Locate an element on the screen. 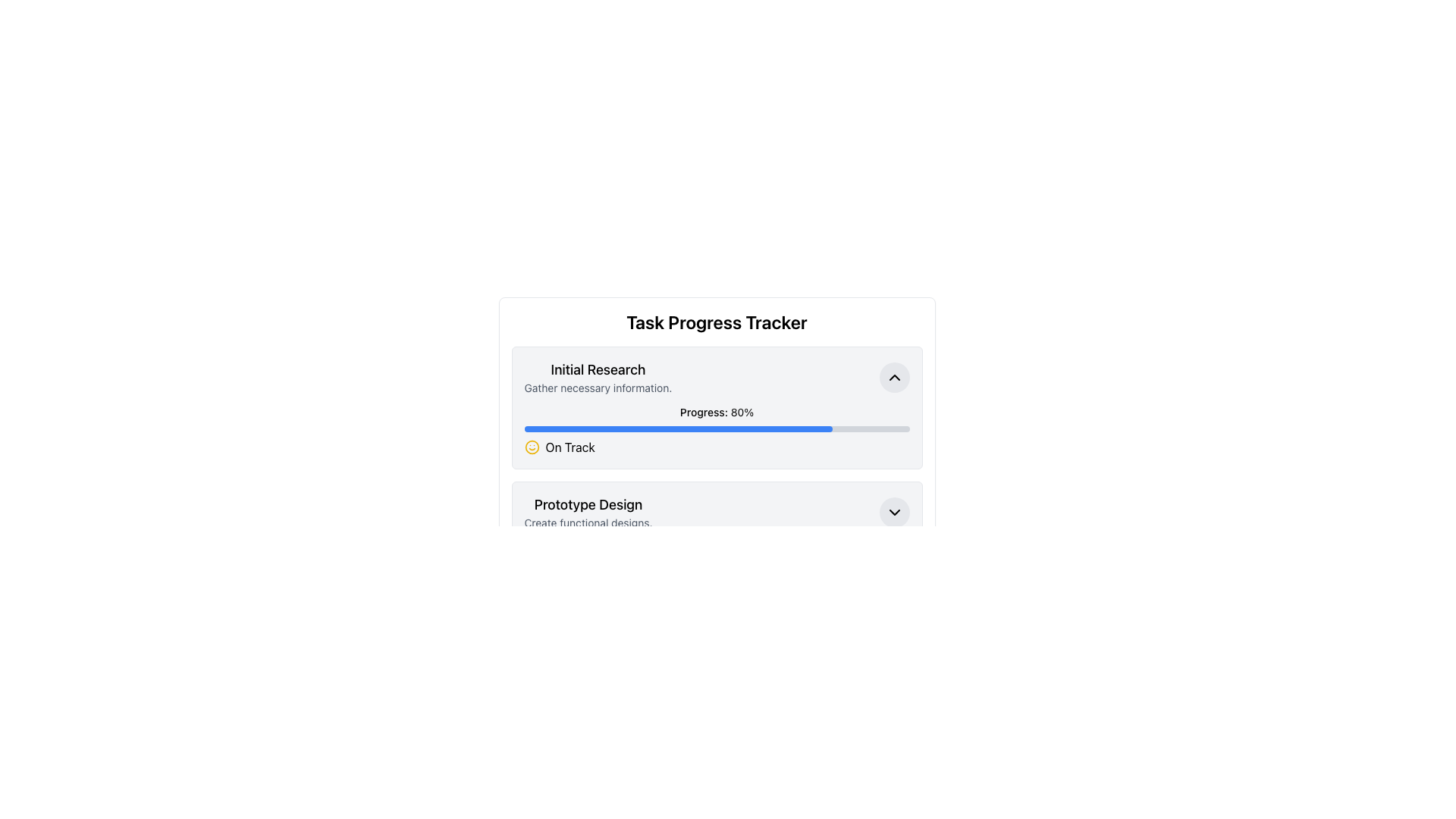 The height and width of the screenshot is (819, 1456). the Task entry with a toggle button labeled 'Prototype Design' to focus it is located at coordinates (716, 512).